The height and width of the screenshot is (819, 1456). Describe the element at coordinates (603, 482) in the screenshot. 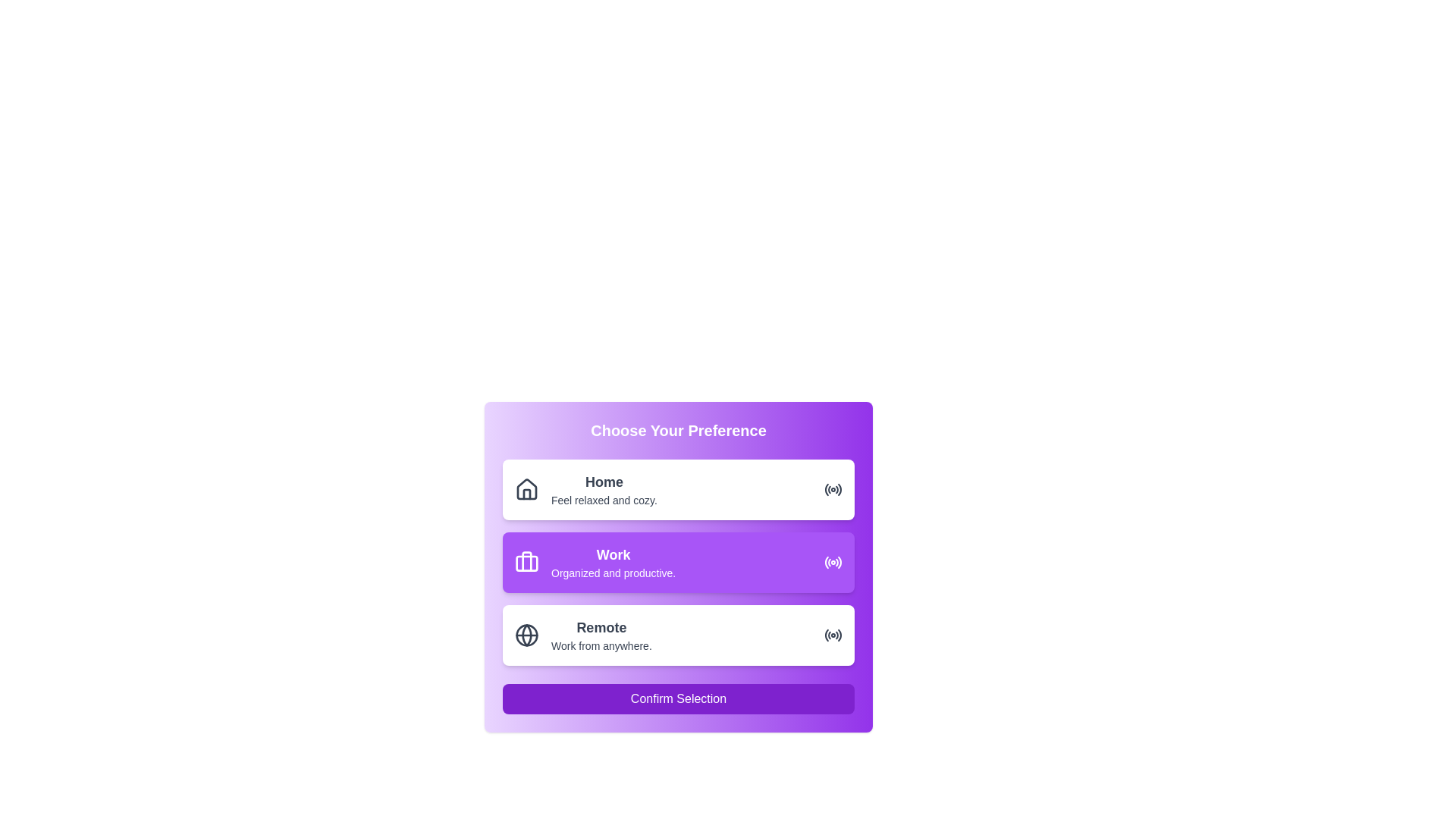

I see `the static text label representing the 'Home' category in the selection menu, which is positioned at the top of the 'Home Feel relaxed and cozy' card` at that location.